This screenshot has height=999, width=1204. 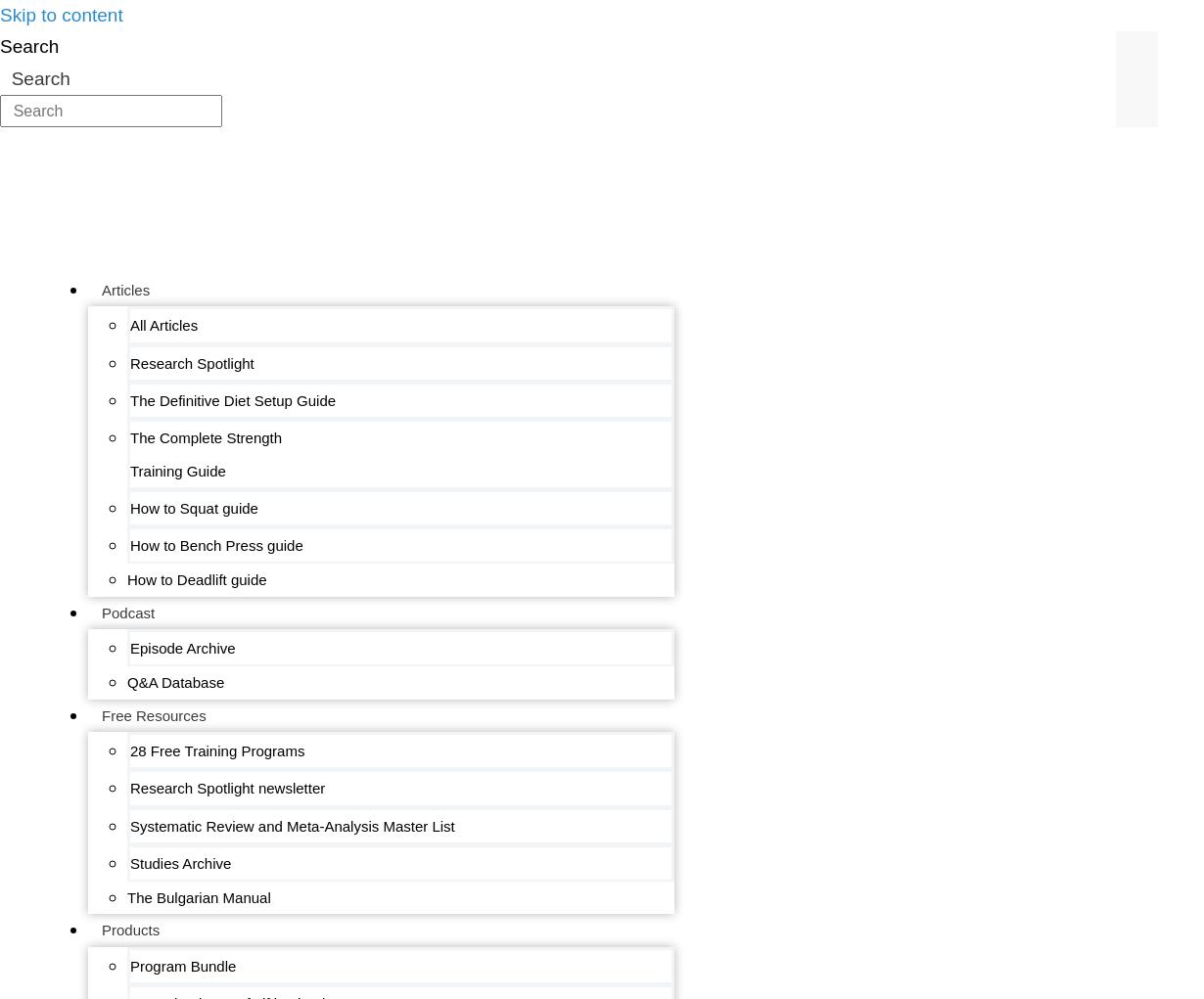 What do you see at coordinates (206, 437) in the screenshot?
I see `'The Complete Strength'` at bounding box center [206, 437].